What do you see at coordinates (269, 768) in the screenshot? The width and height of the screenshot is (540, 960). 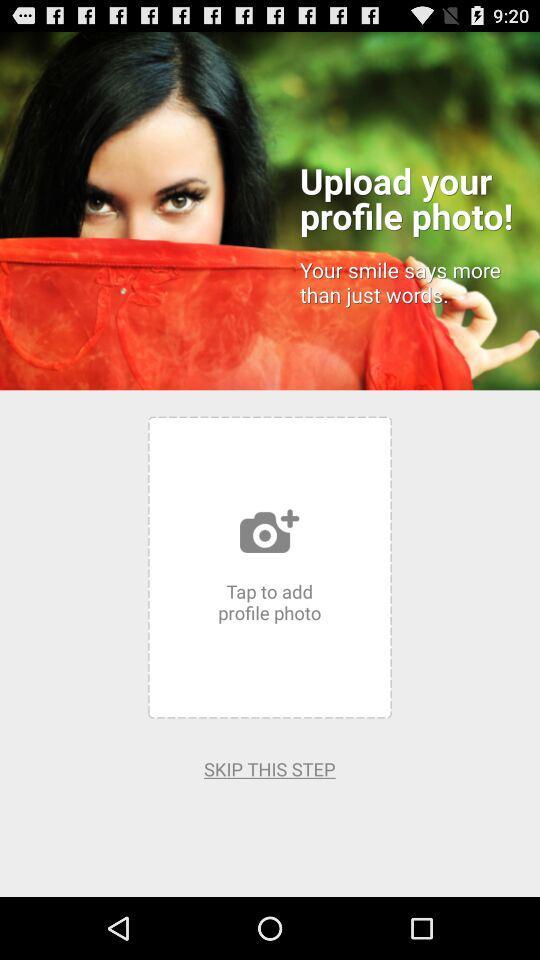 I see `the skip this step app` at bounding box center [269, 768].